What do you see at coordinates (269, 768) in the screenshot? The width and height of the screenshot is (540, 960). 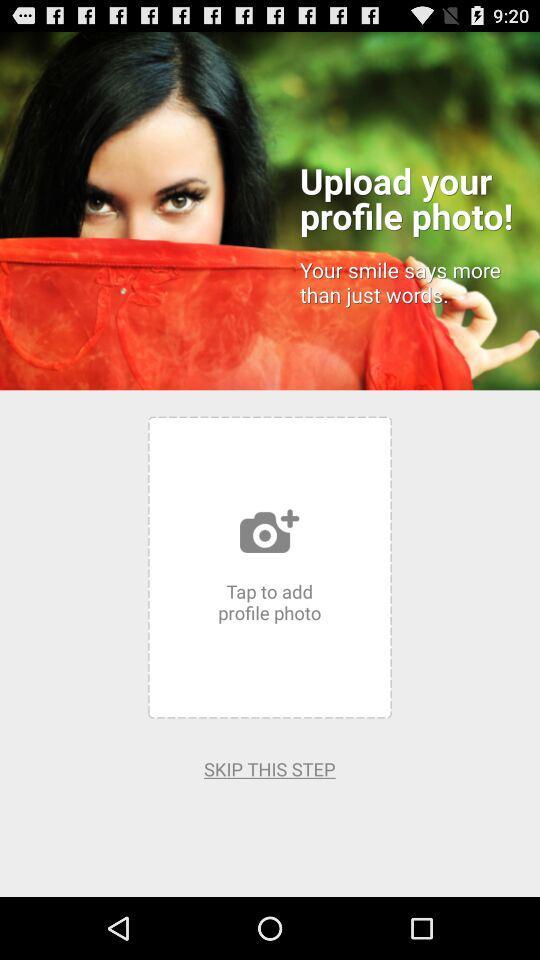 I see `the skip this step app` at bounding box center [269, 768].